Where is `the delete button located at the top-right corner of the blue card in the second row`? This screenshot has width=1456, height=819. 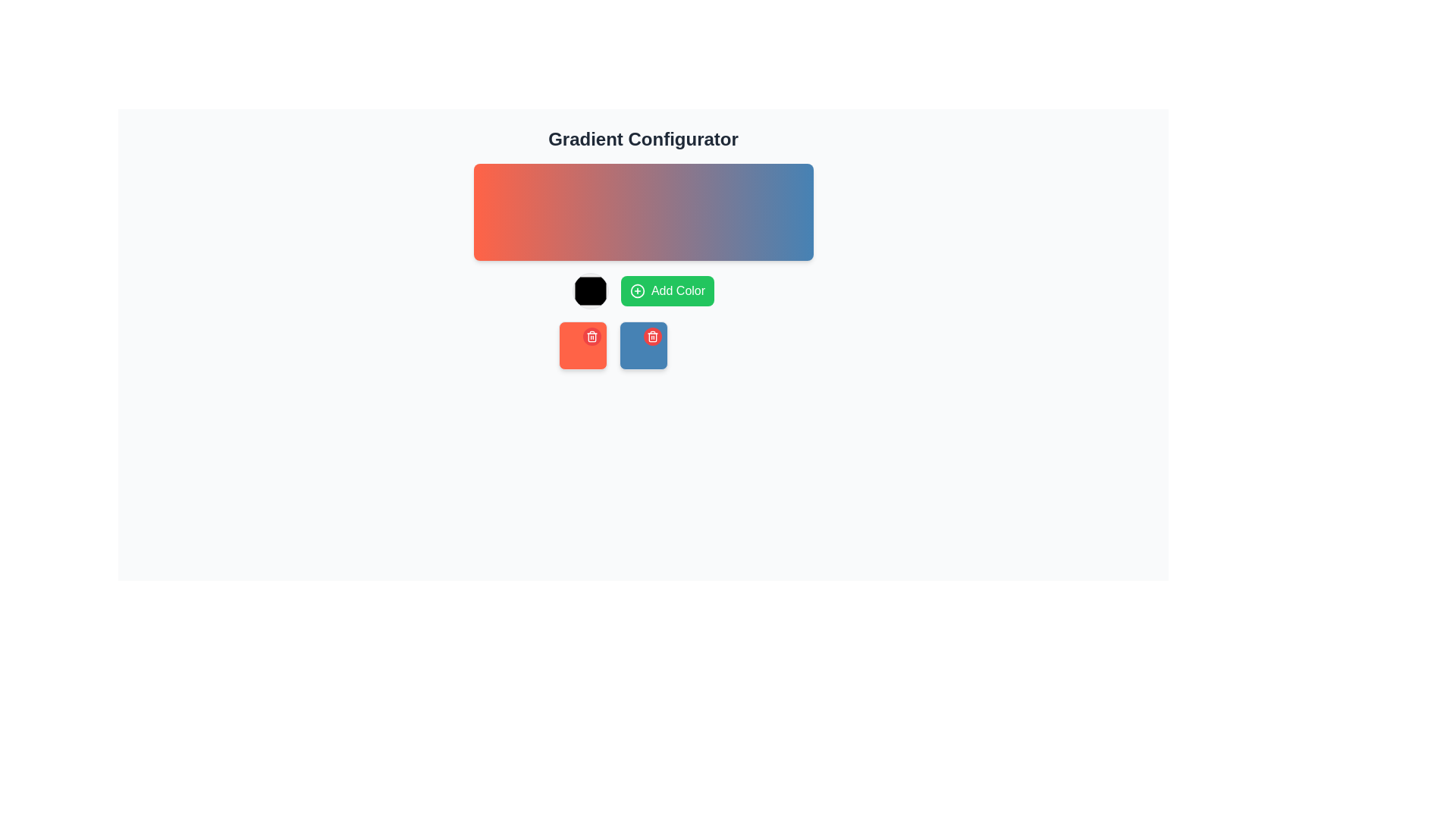
the delete button located at the top-right corner of the blue card in the second row is located at coordinates (652, 335).